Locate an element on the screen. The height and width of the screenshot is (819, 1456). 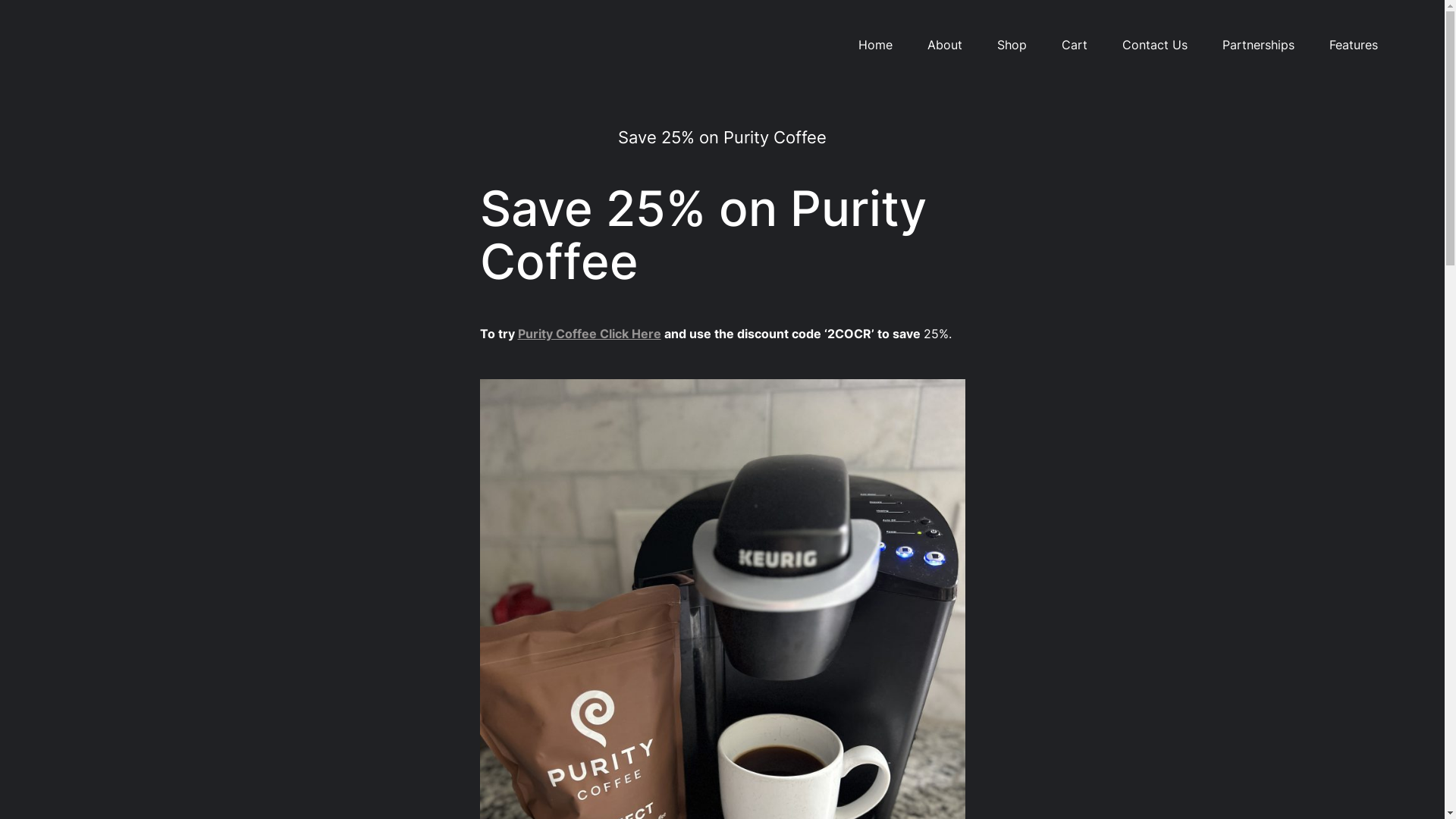
'Contact Us' is located at coordinates (1153, 44).